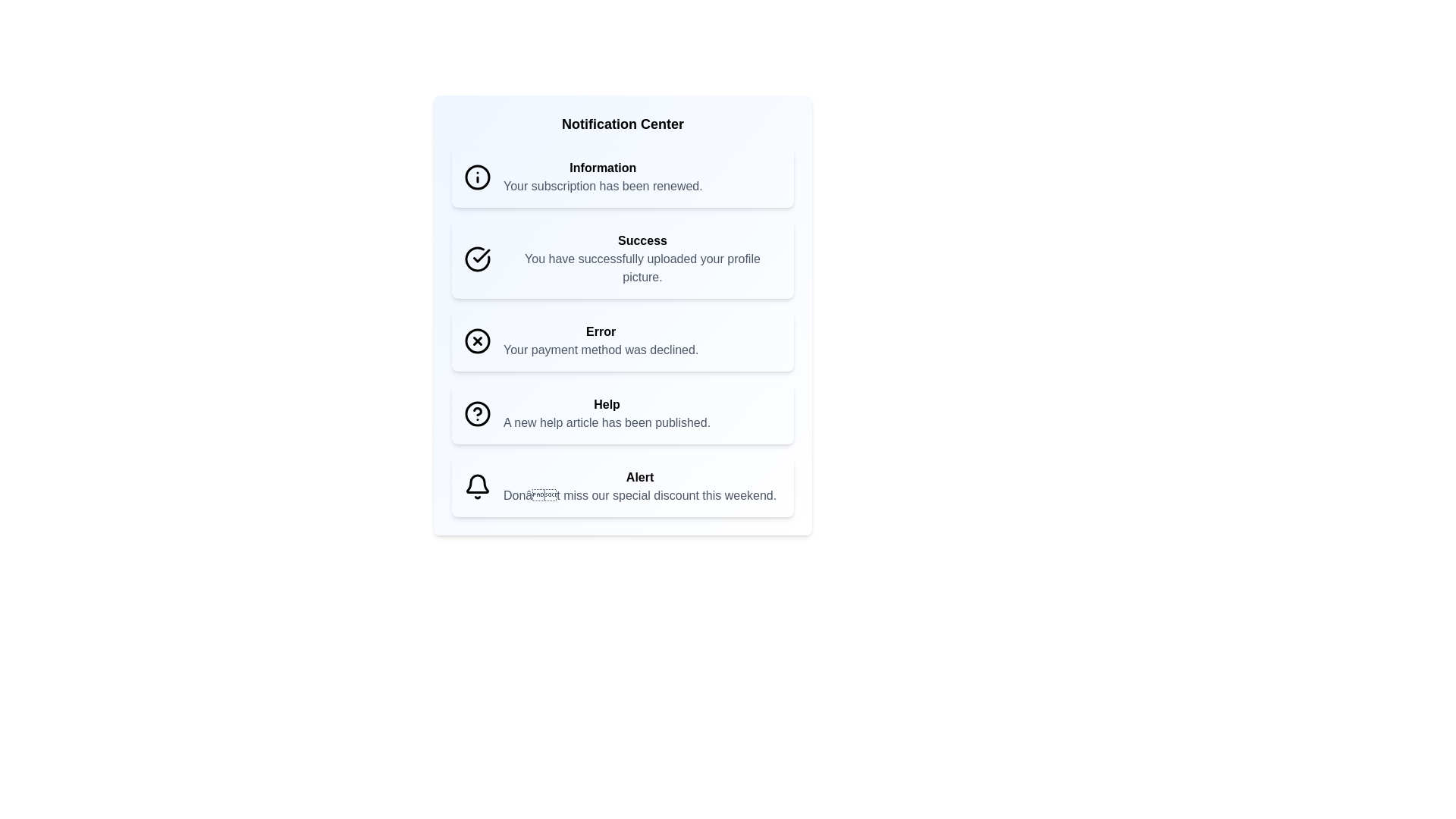  What do you see at coordinates (475, 259) in the screenshot?
I see `the notification icon for Success` at bounding box center [475, 259].